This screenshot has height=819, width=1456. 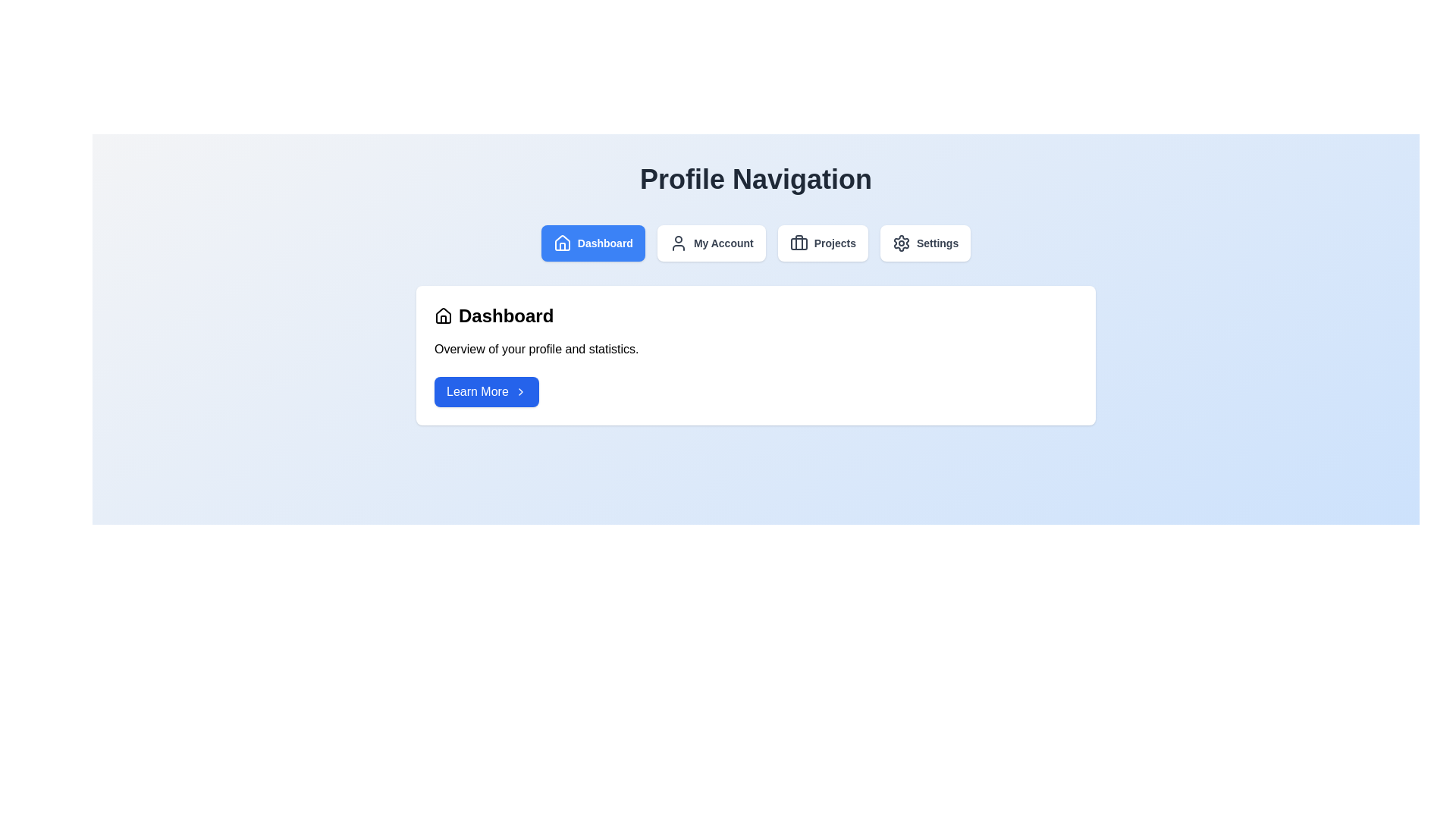 I want to click on the blue 'Learn More' button with rounded corners and a chevron icon located beneath the 'Overview of your profile and statistics.' text in the 'Dashboard' section, so click(x=486, y=391).